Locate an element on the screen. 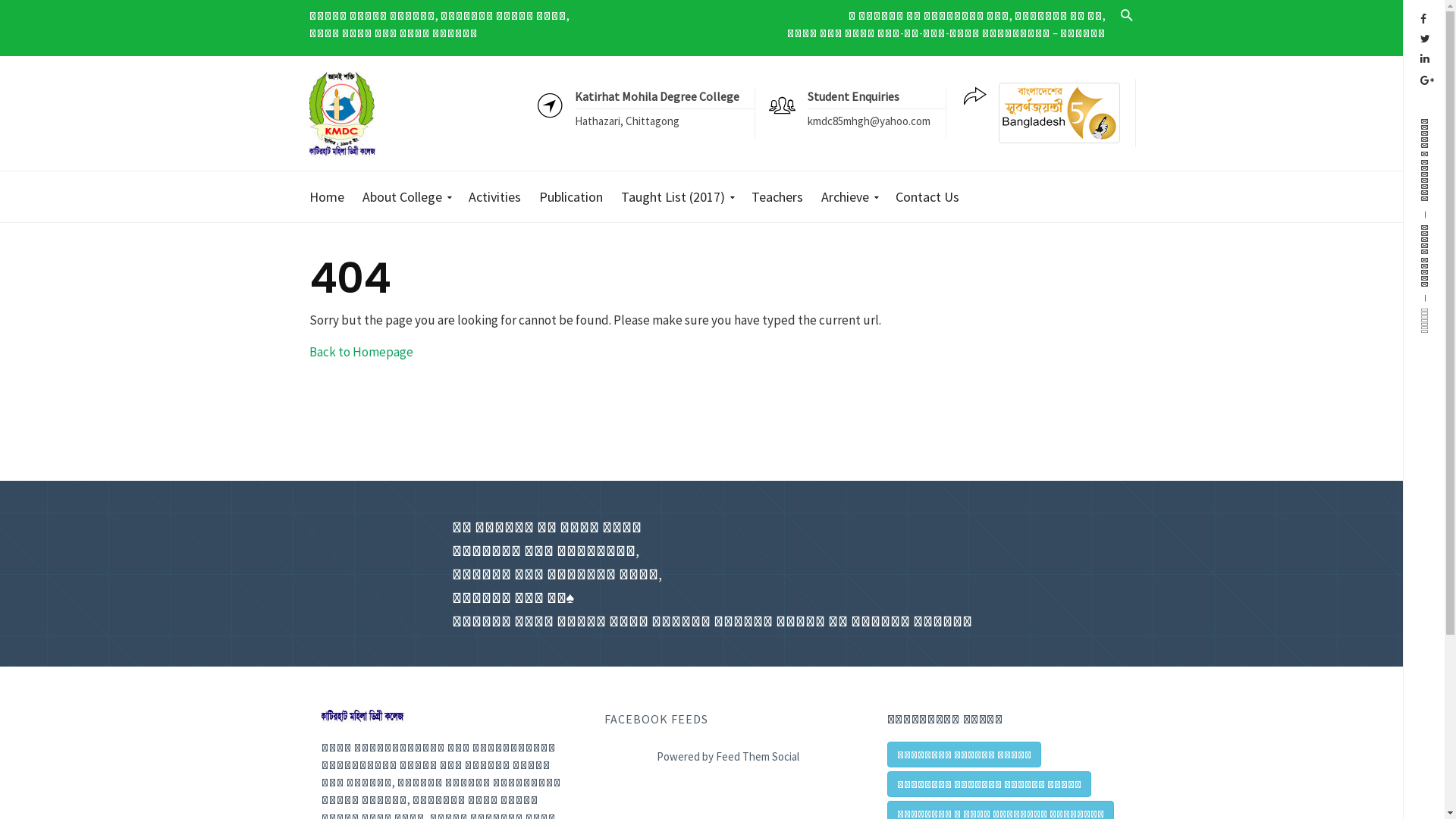 Image resolution: width=1456 pixels, height=819 pixels. 'Archieve' is located at coordinates (811, 196).